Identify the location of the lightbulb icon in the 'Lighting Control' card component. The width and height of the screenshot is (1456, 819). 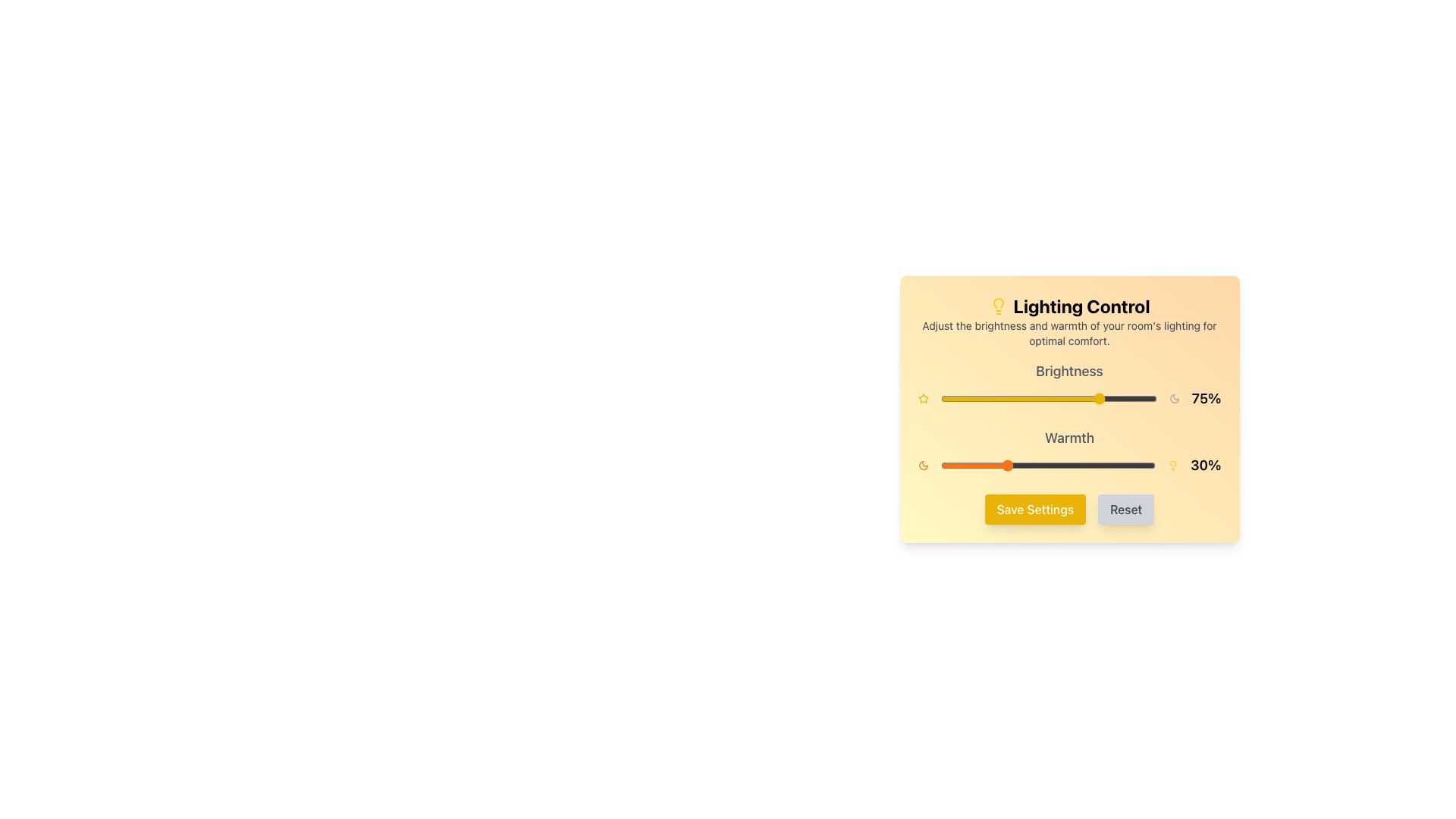
(1068, 409).